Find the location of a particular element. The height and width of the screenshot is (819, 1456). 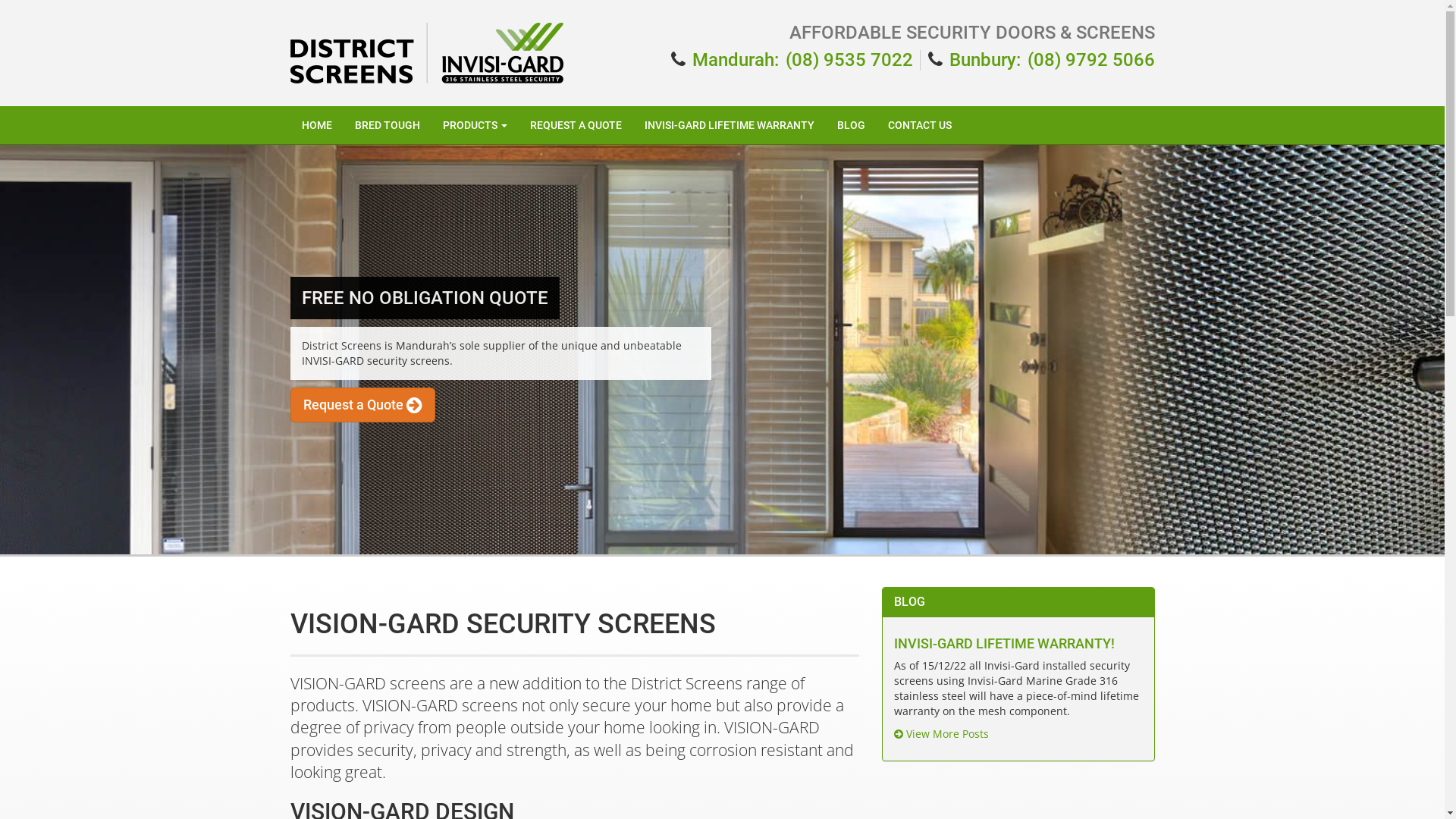

'HOME' is located at coordinates (315, 124).